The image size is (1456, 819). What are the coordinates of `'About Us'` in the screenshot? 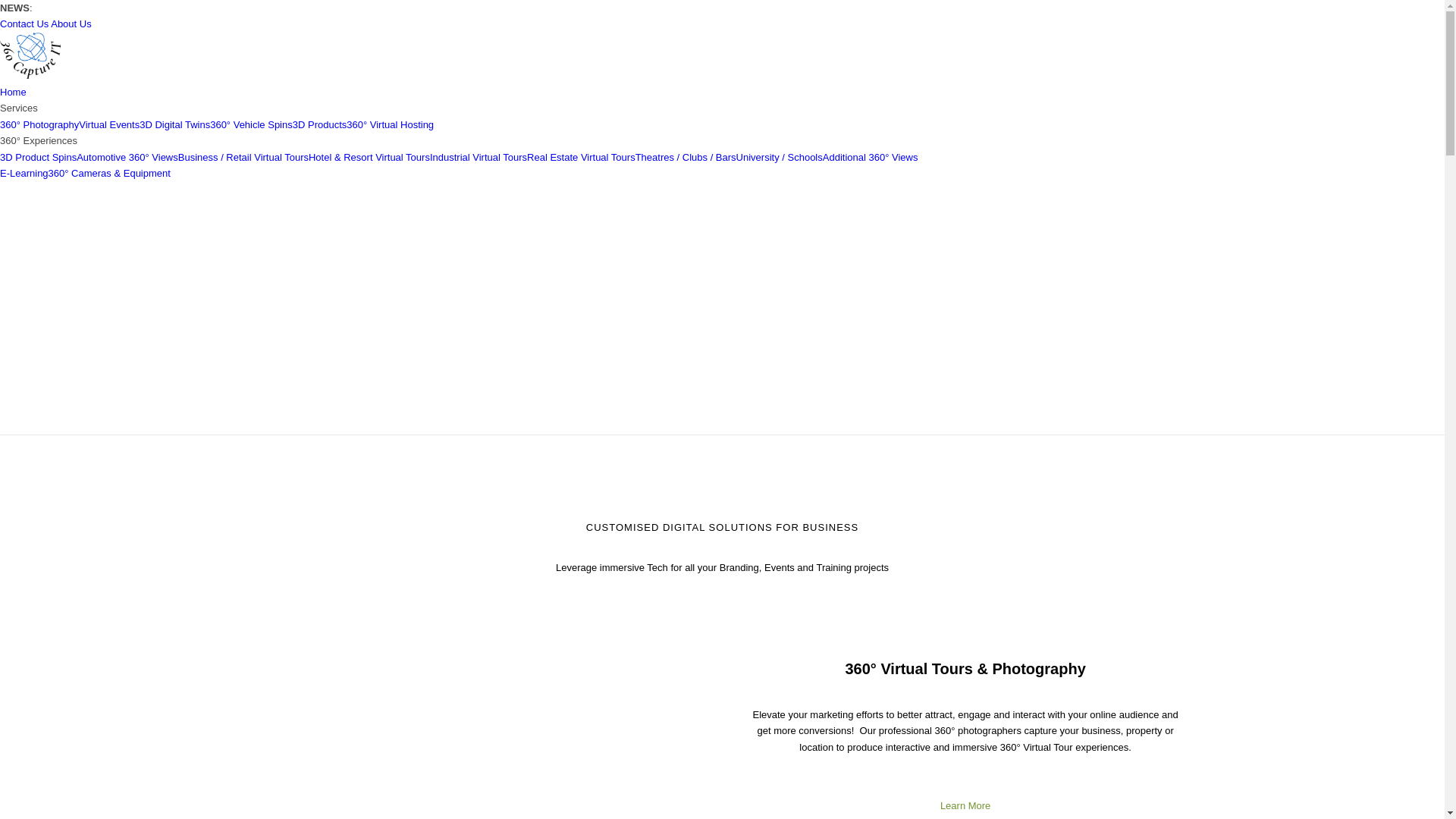 It's located at (70, 24).